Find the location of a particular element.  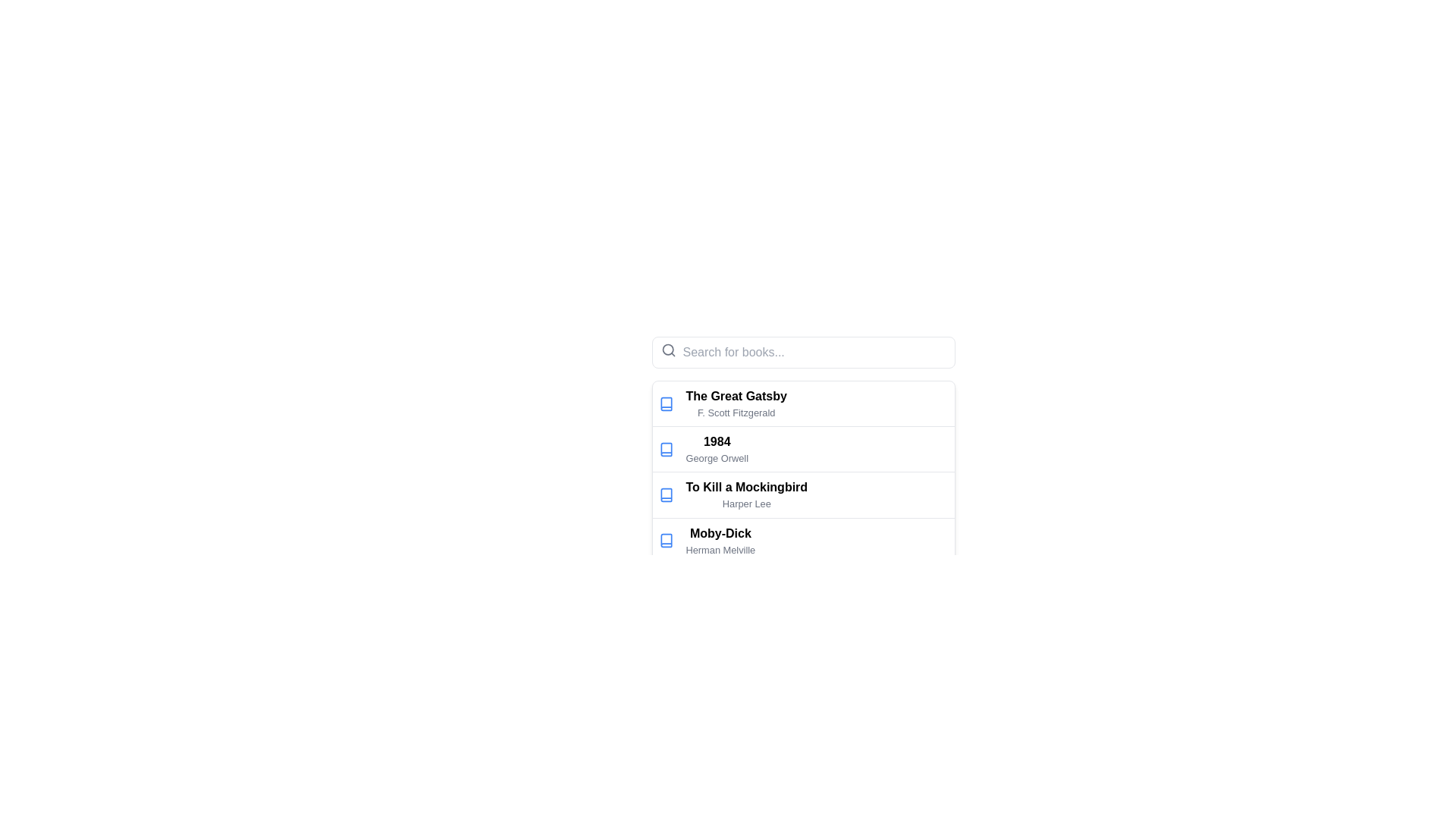

the title text label of a book, which is the first item in a vertical list located near the top-left corner of the list is located at coordinates (736, 395).